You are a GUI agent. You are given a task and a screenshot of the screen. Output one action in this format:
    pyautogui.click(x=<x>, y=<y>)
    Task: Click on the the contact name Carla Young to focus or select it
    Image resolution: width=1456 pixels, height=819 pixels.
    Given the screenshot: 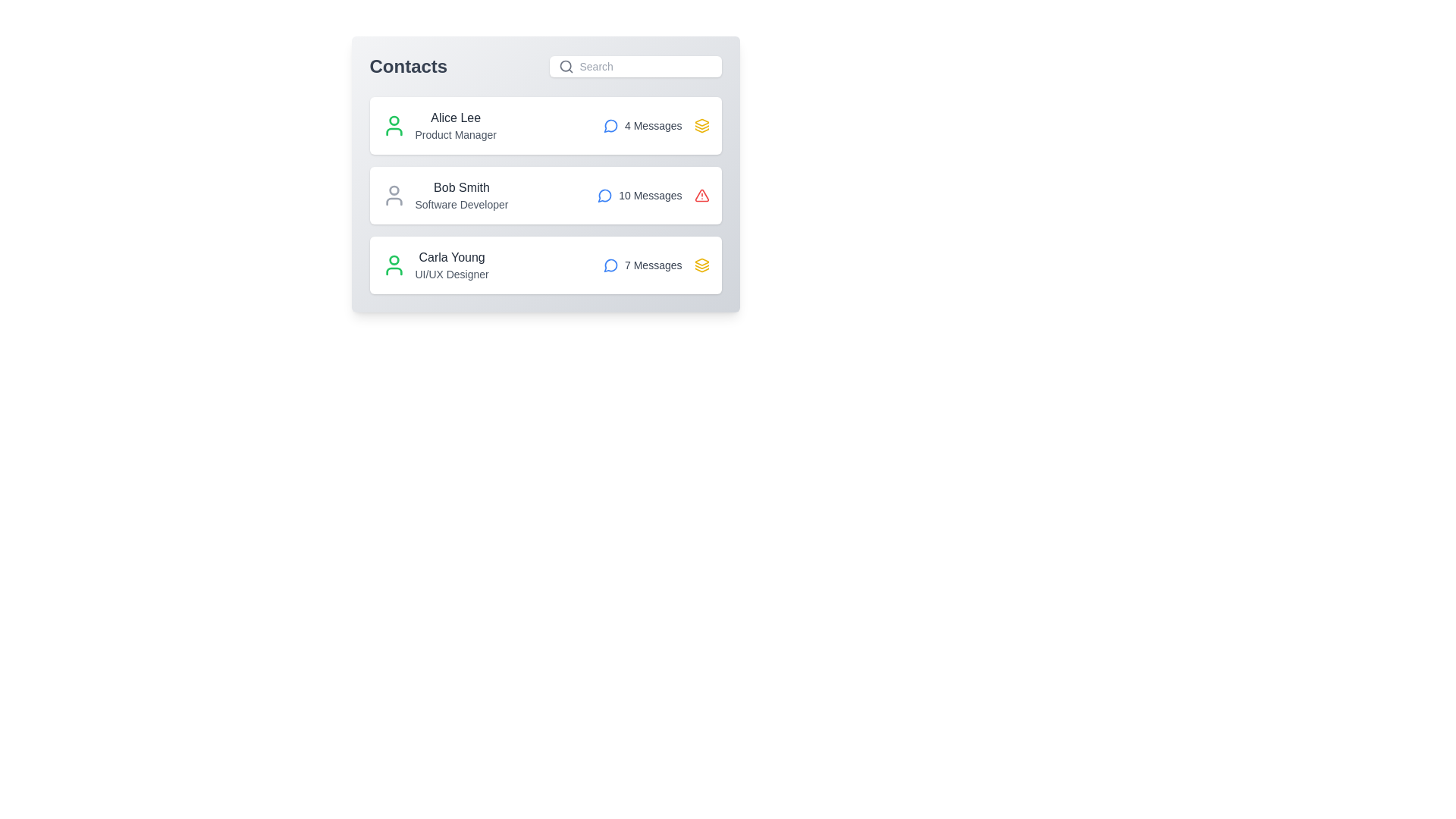 What is the action you would take?
    pyautogui.click(x=450, y=256)
    